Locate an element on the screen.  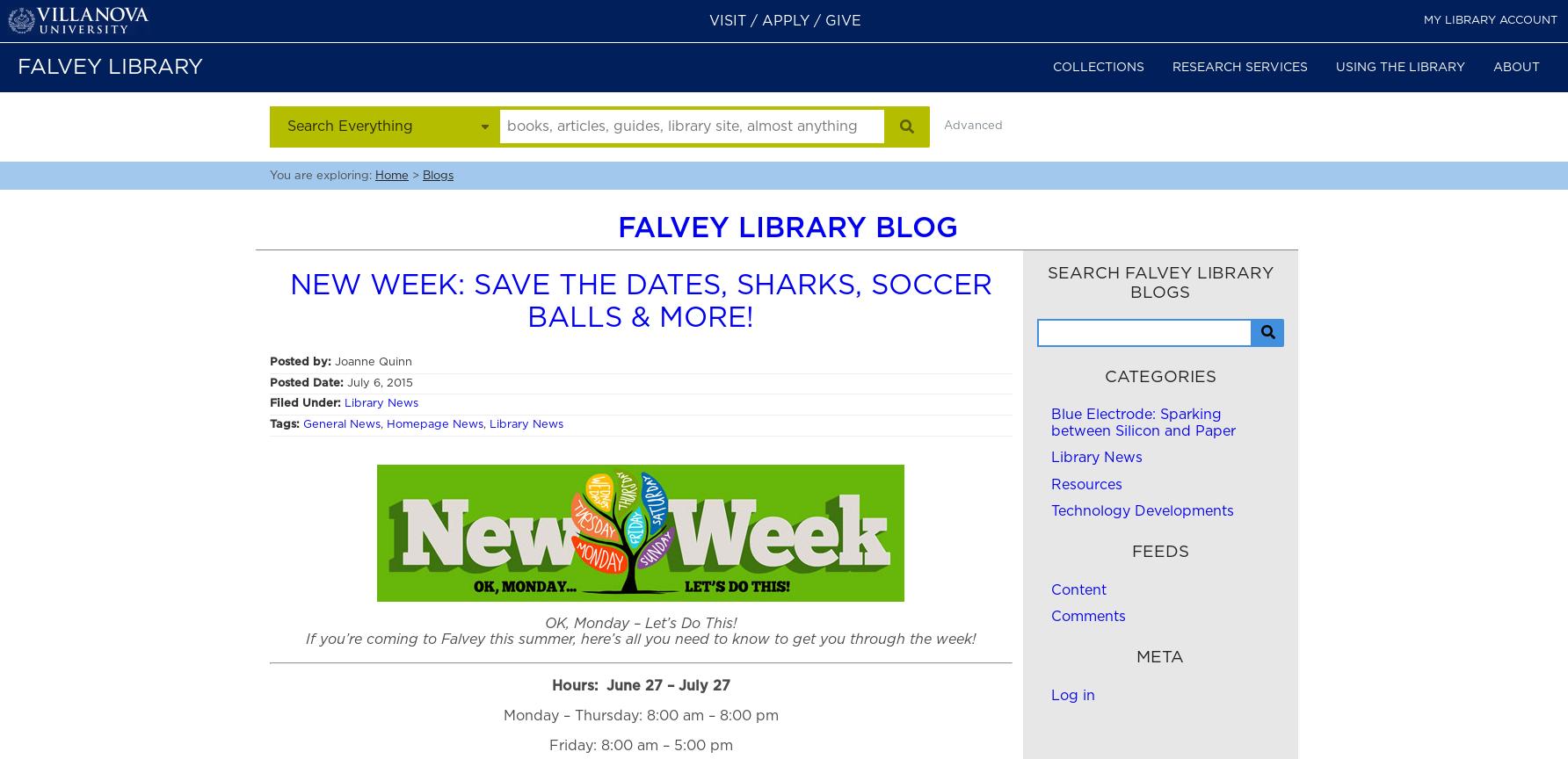
'Resources' is located at coordinates (1085, 482).